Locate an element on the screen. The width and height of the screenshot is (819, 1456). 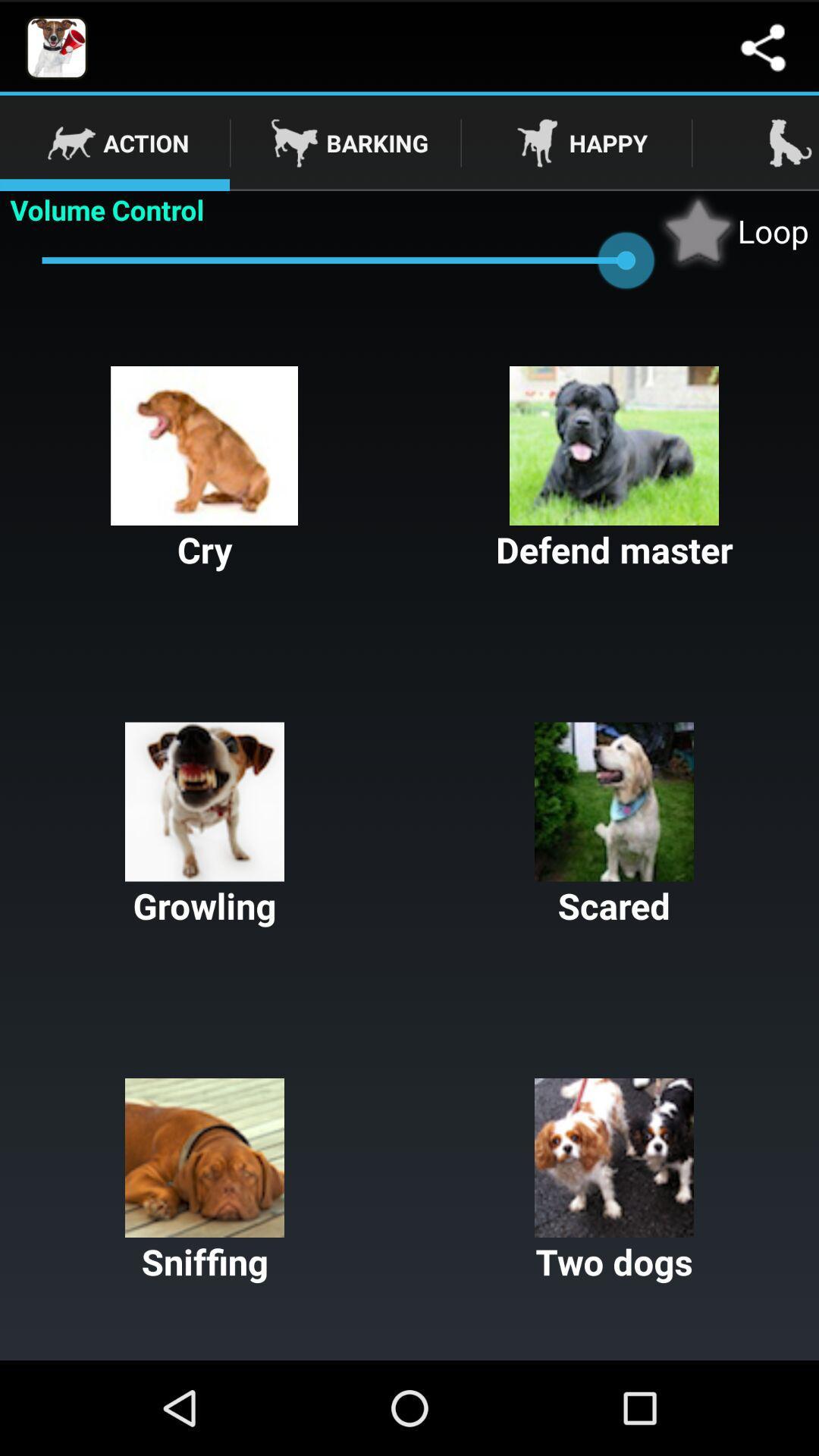
the sniffing is located at coordinates (205, 1181).